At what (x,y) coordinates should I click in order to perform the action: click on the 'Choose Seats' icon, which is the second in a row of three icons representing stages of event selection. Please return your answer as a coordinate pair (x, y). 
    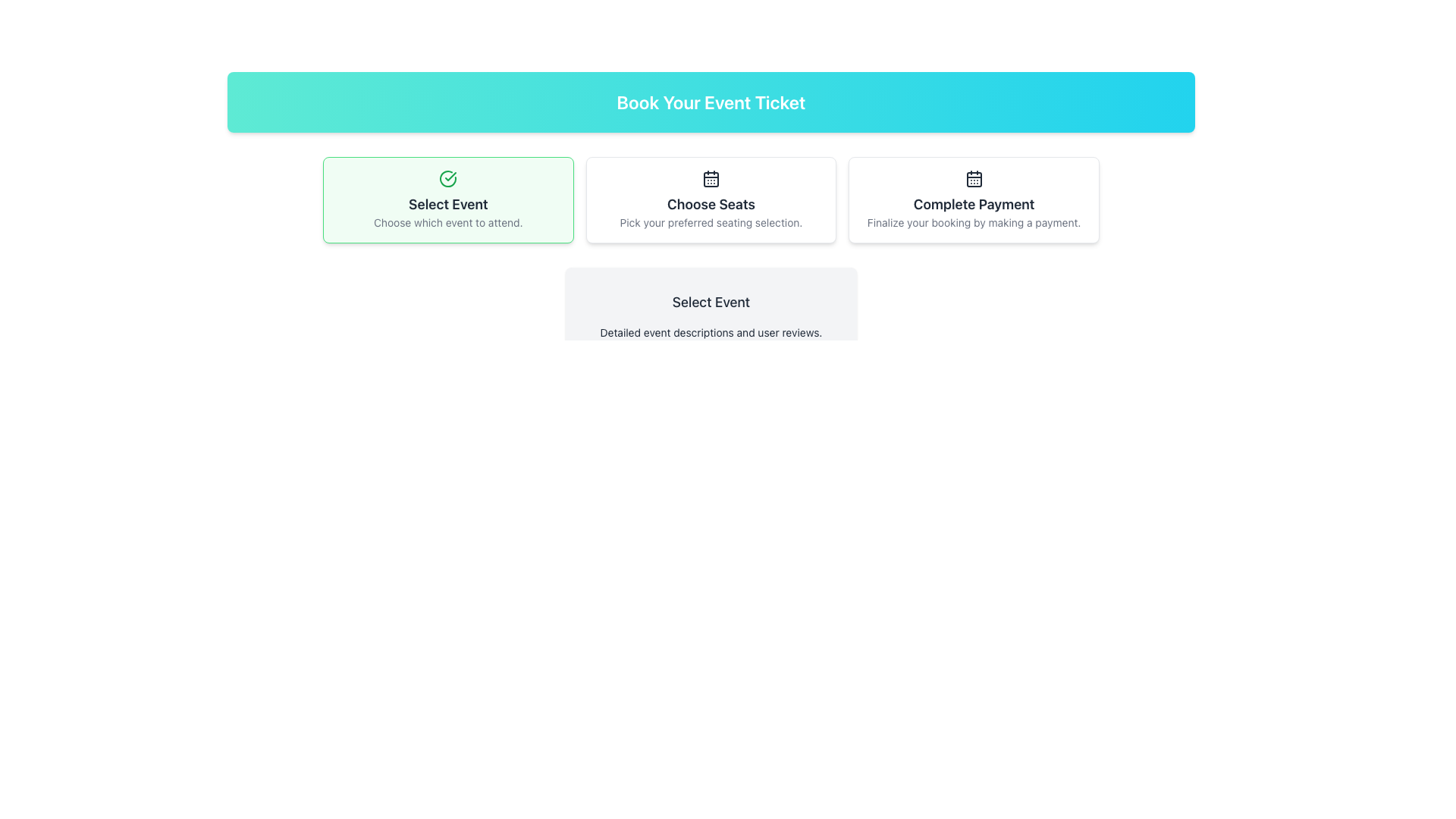
    Looking at the image, I should click on (710, 178).